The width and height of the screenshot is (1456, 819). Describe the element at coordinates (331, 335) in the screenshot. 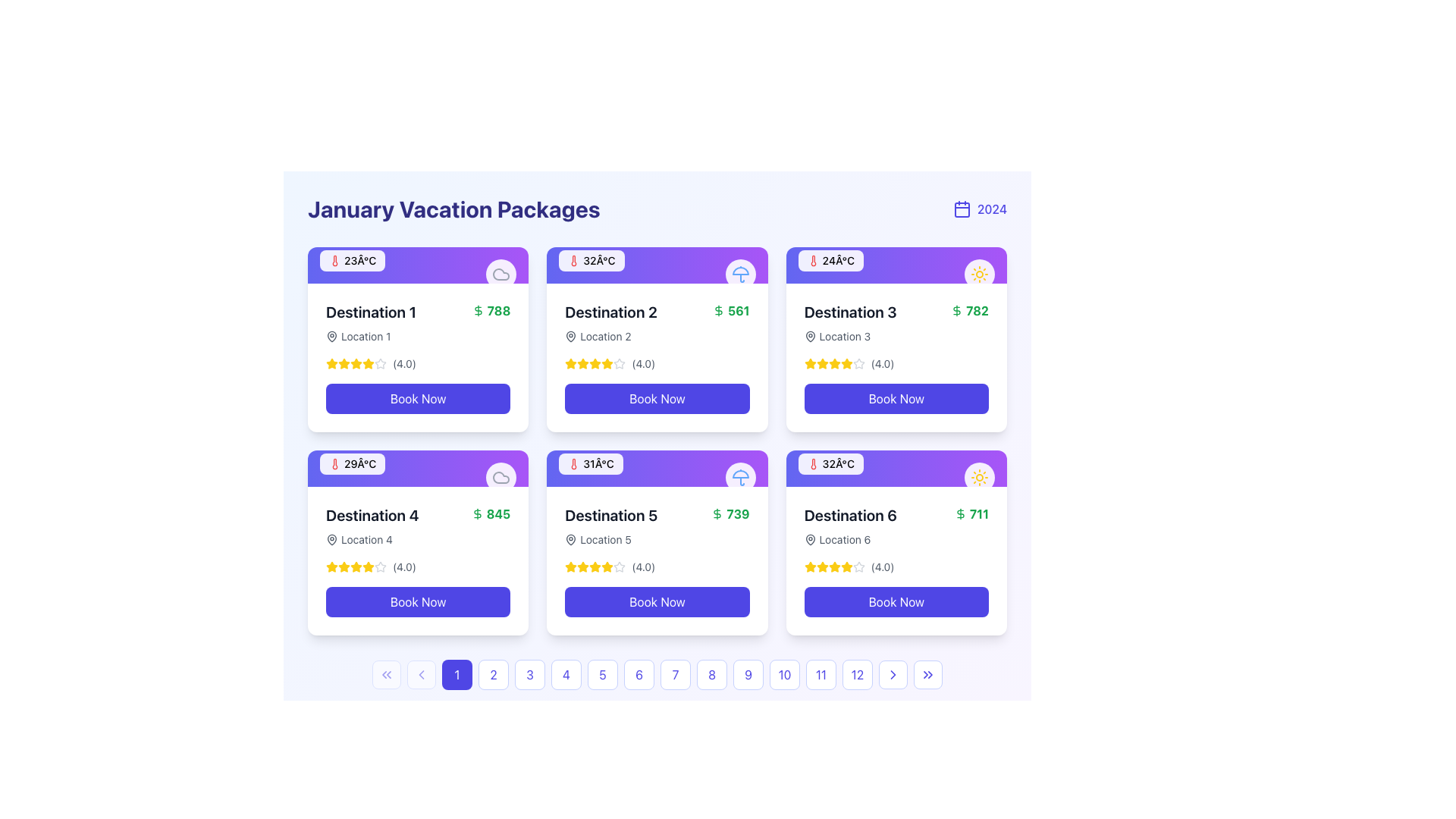

I see `the static location marker icon adjacent to the 'Location 1' text in the 'Destination 1' card` at that location.